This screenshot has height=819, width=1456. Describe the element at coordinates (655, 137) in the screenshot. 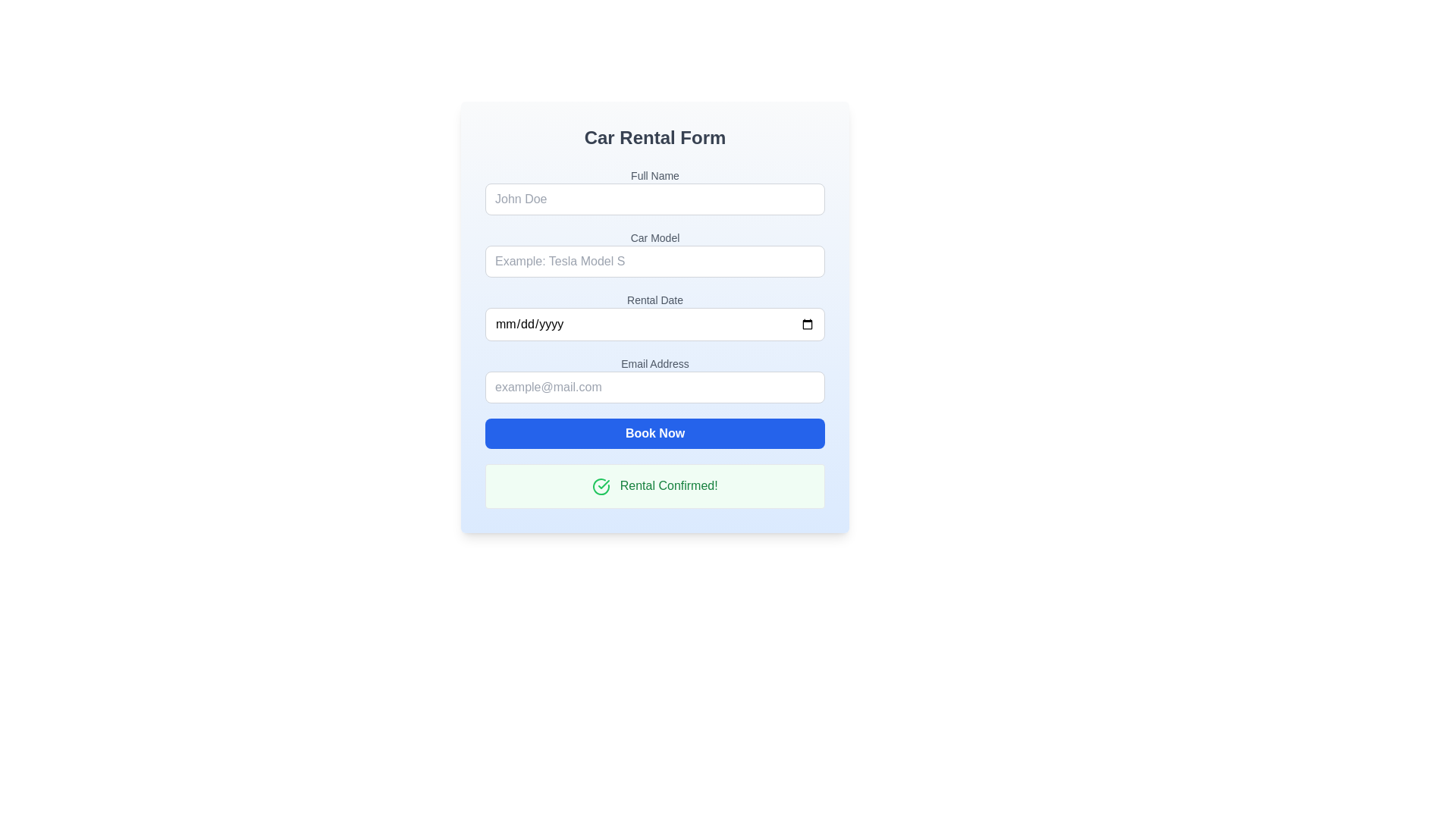

I see `text from the header that displays 'Car Rental Form', which is bold and large, located at the top of the section and centered horizontally` at that location.